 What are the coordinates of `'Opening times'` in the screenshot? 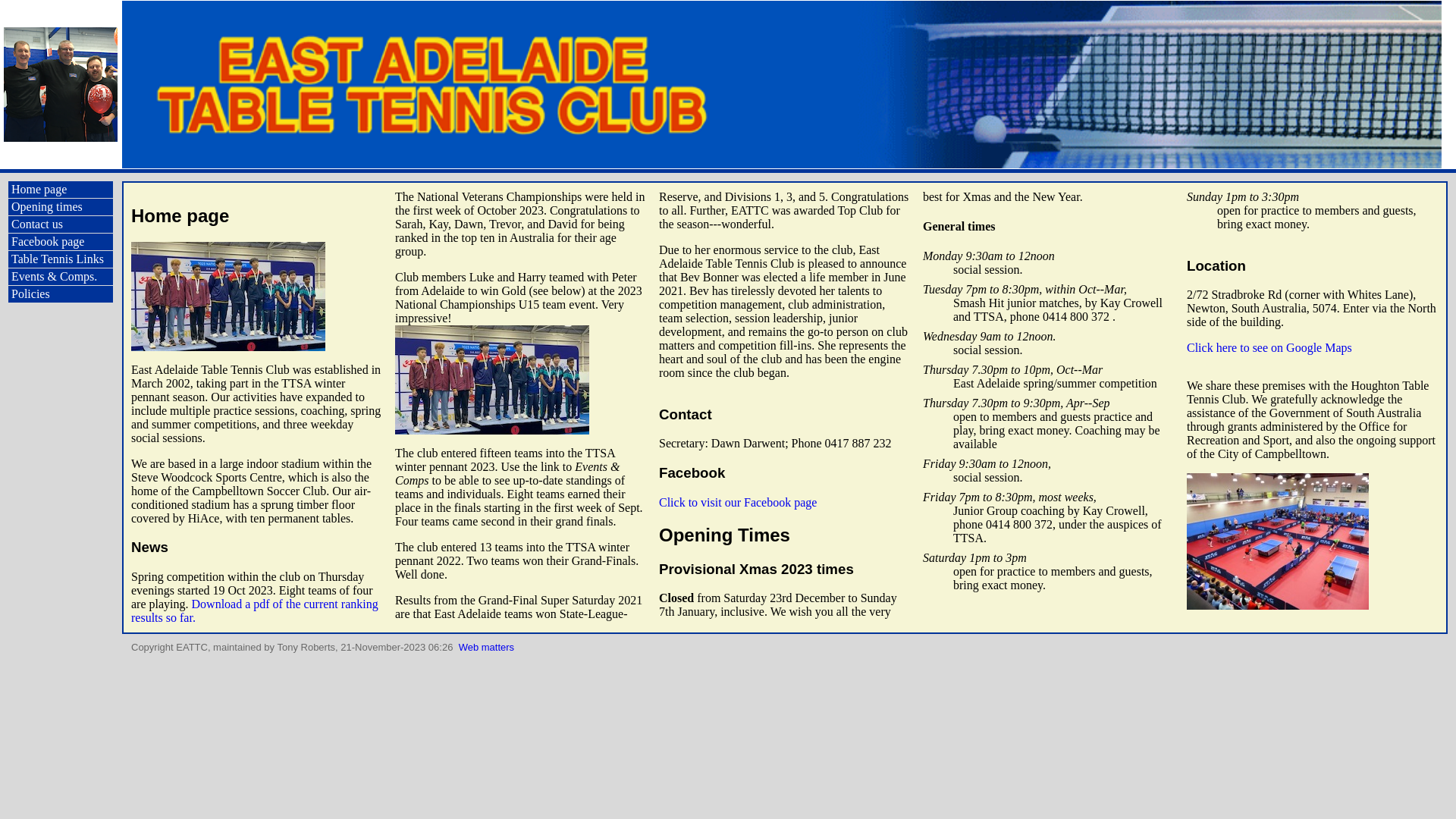 It's located at (61, 207).